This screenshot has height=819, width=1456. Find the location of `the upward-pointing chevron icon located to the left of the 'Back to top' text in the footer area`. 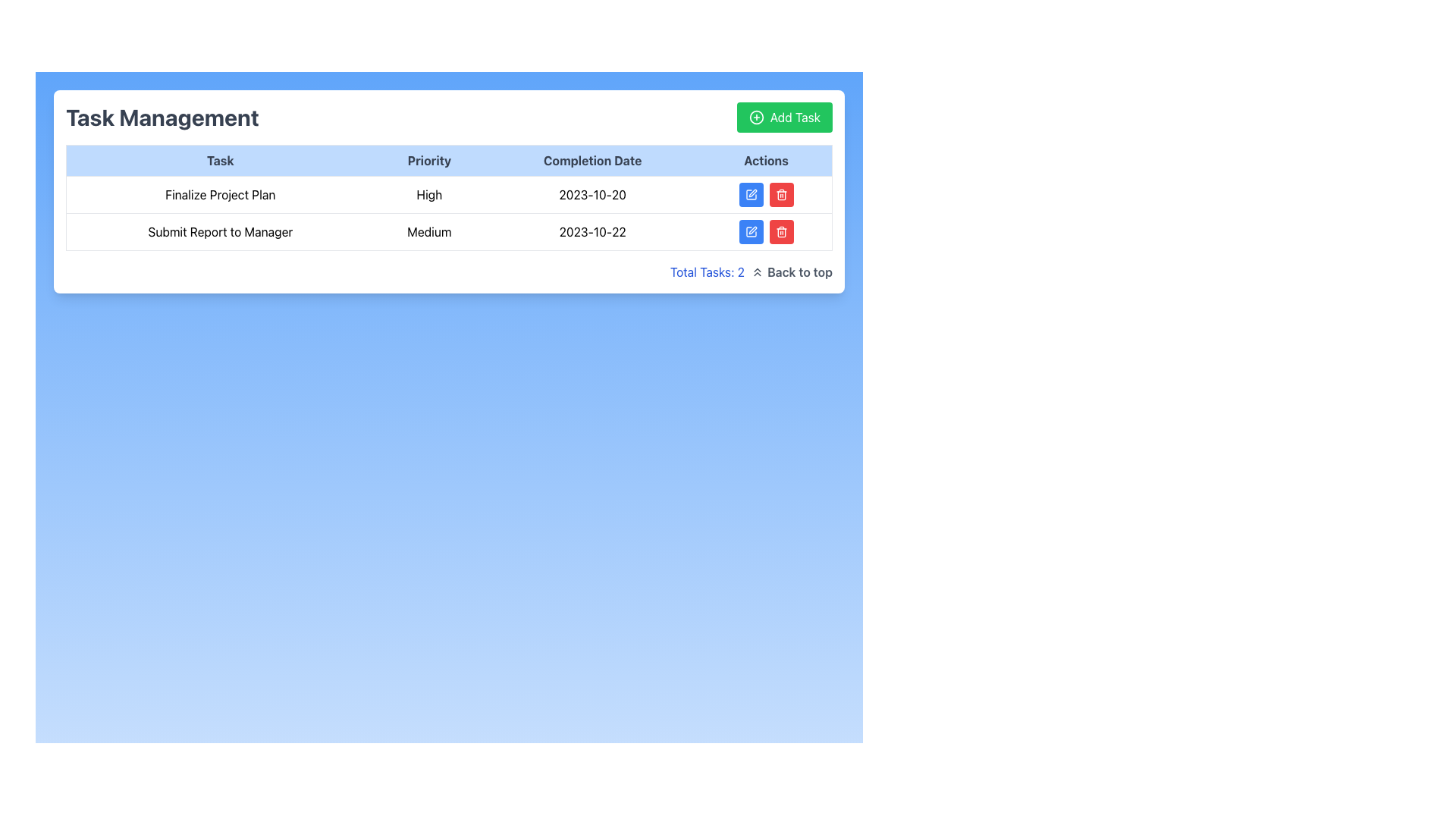

the upward-pointing chevron icon located to the left of the 'Back to top' text in the footer area is located at coordinates (757, 271).